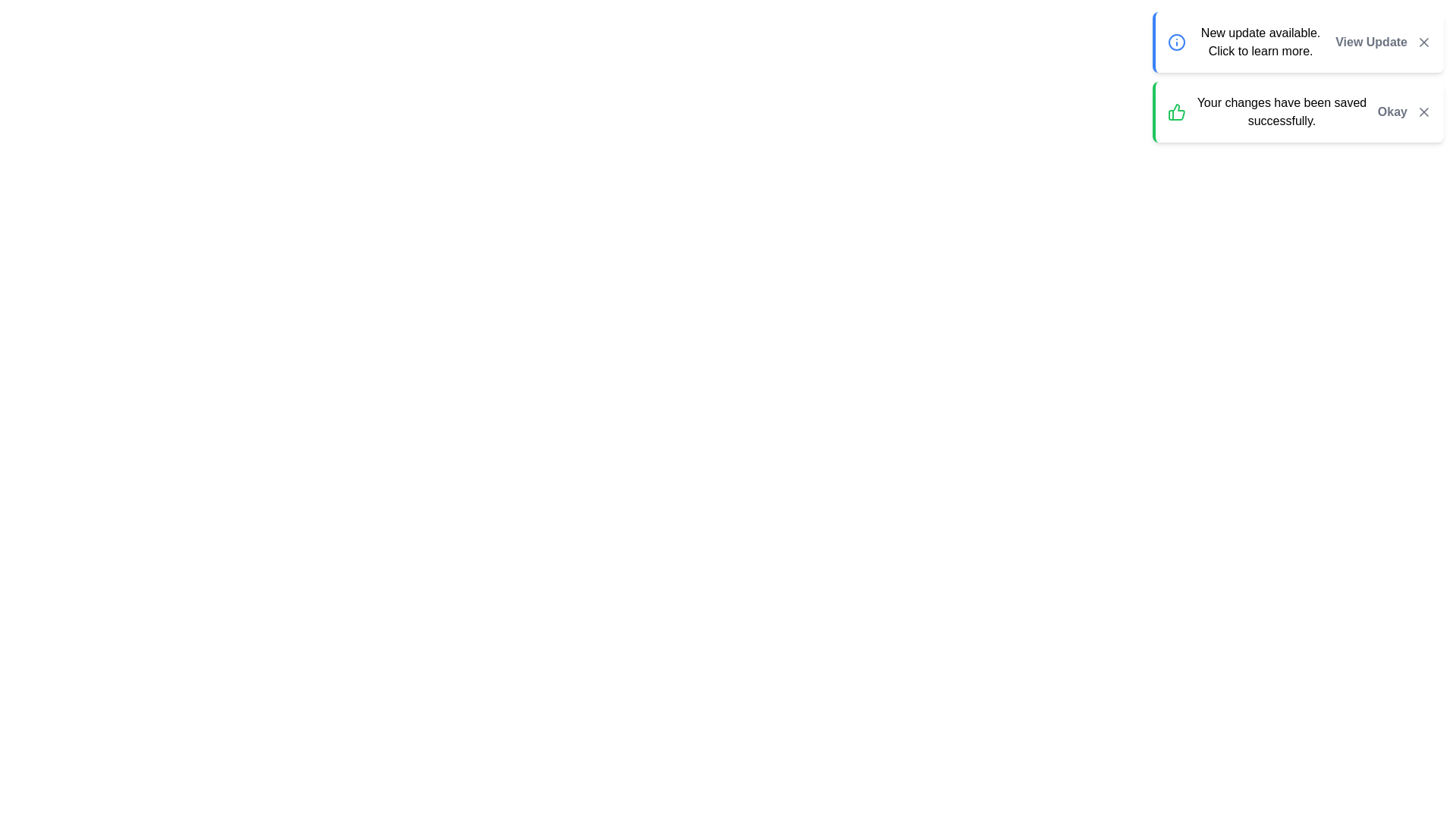 The image size is (1456, 819). What do you see at coordinates (1423, 111) in the screenshot?
I see `the 'X' icon in the top-right corner of the notification box` at bounding box center [1423, 111].